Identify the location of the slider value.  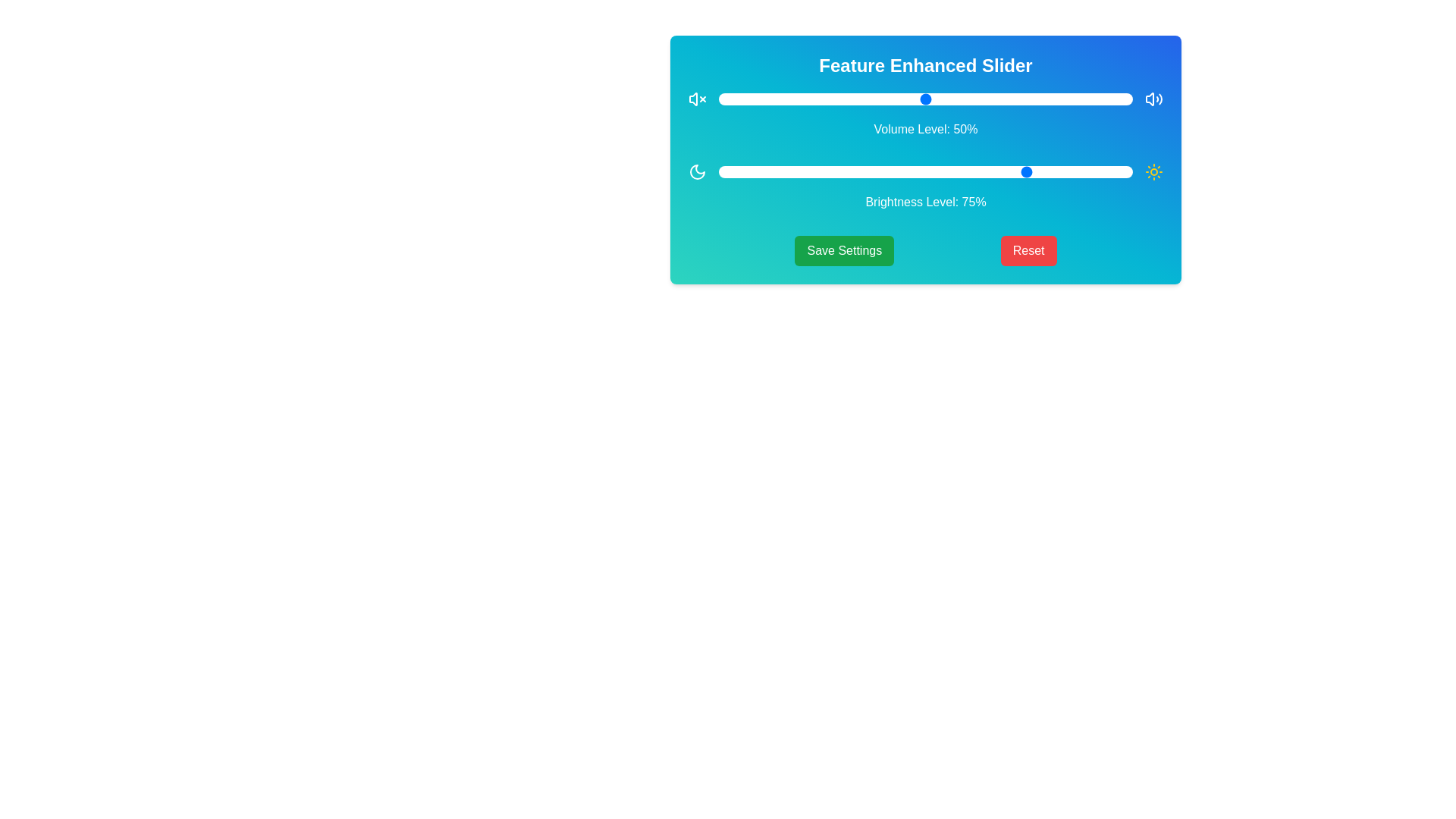
(1025, 99).